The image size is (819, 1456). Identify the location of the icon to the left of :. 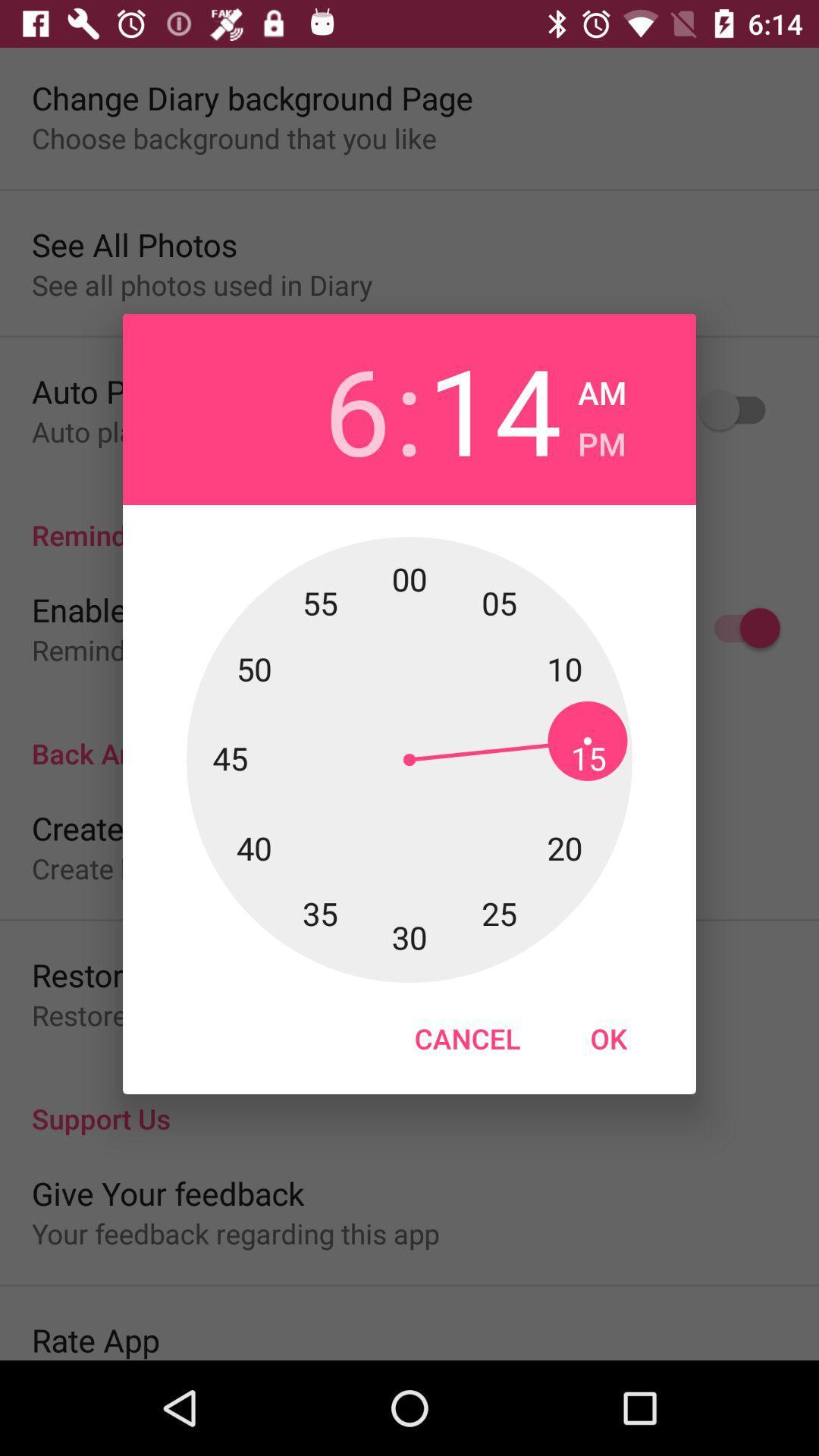
(322, 409).